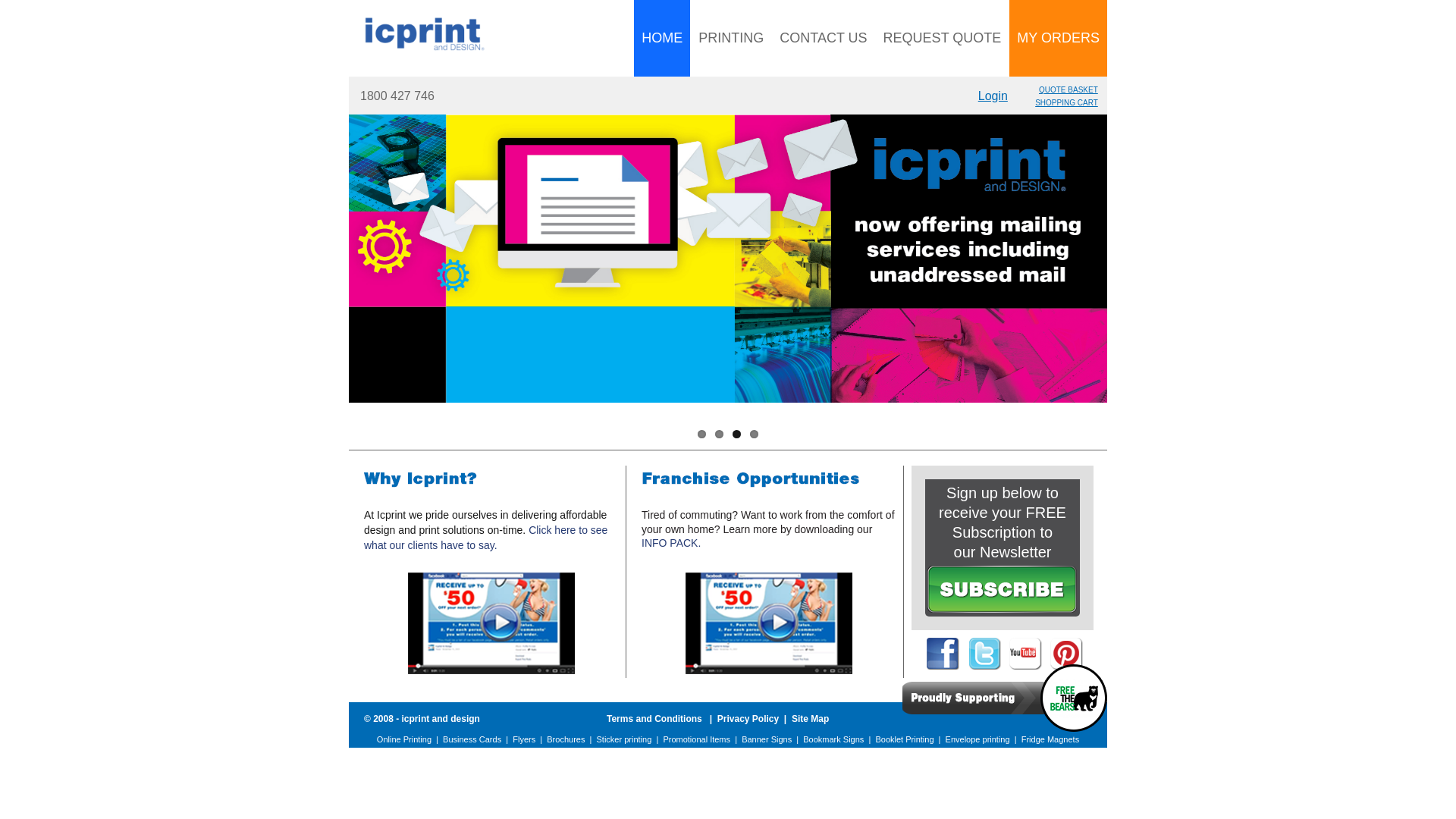 Image resolution: width=1456 pixels, height=819 pixels. What do you see at coordinates (670, 542) in the screenshot?
I see `'INFO PACK.'` at bounding box center [670, 542].